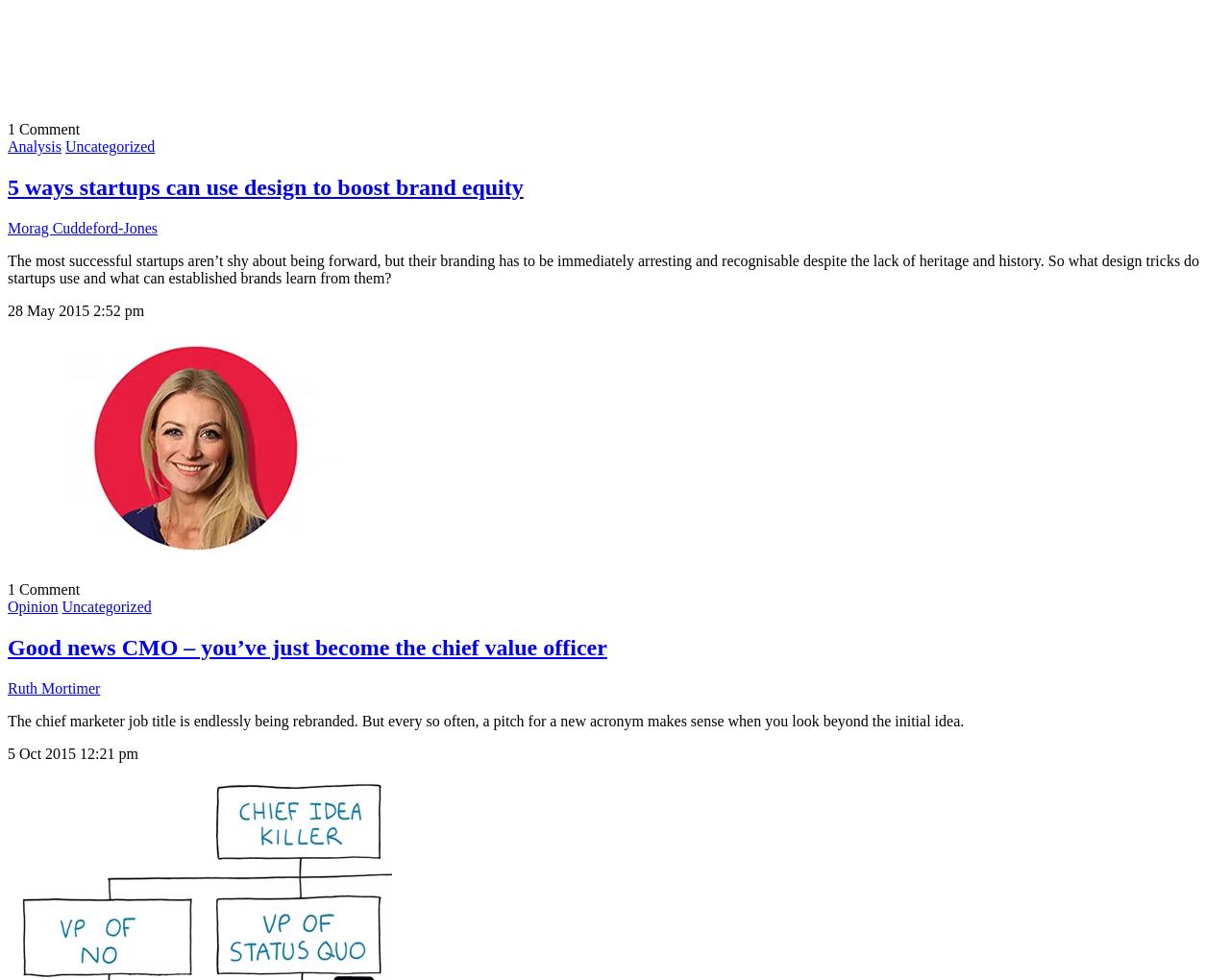  What do you see at coordinates (263, 186) in the screenshot?
I see `'5 ways startups can use design to boost brand equity'` at bounding box center [263, 186].